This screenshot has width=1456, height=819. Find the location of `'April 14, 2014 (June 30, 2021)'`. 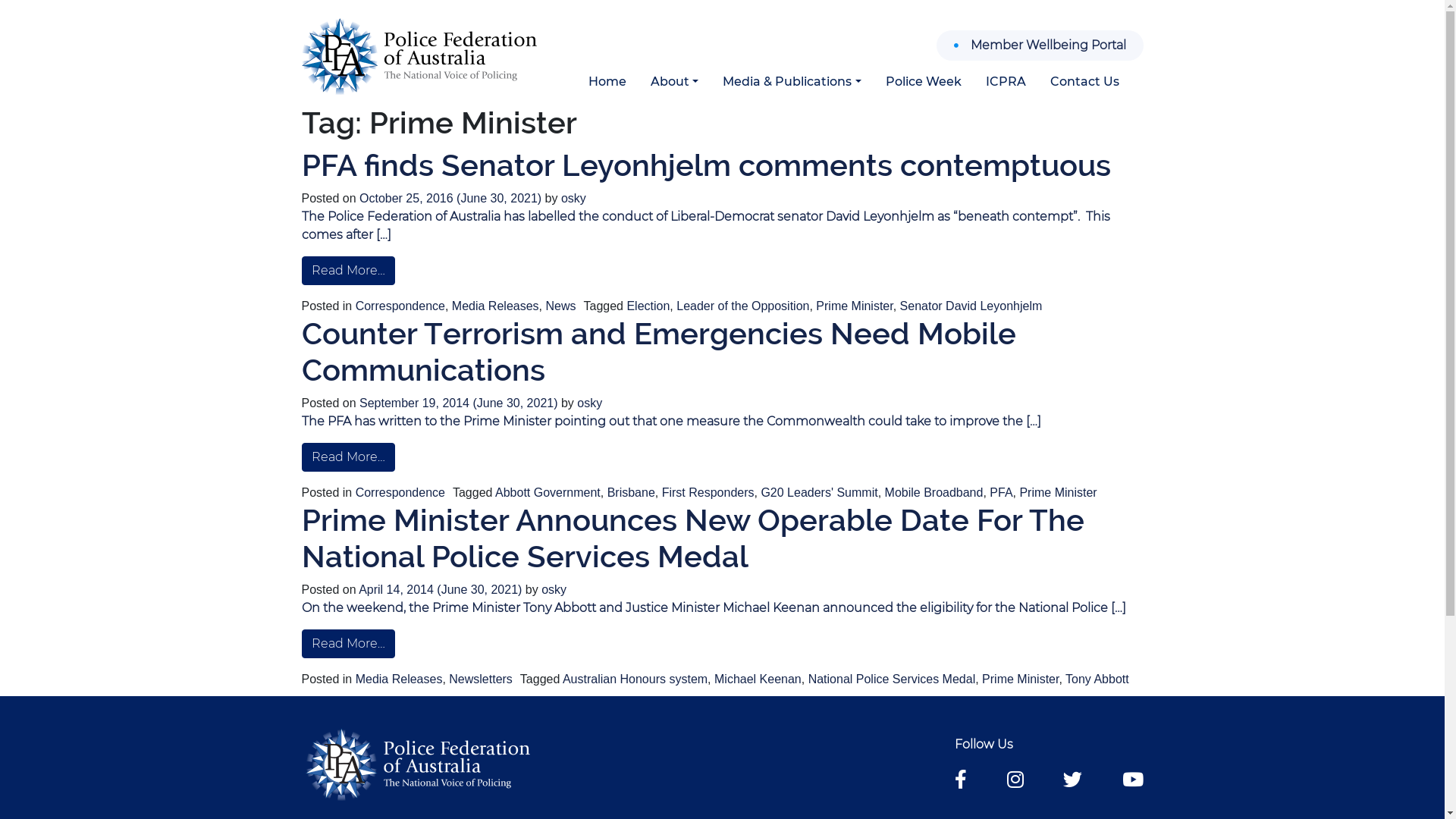

'April 14, 2014 (June 30, 2021)' is located at coordinates (441, 588).